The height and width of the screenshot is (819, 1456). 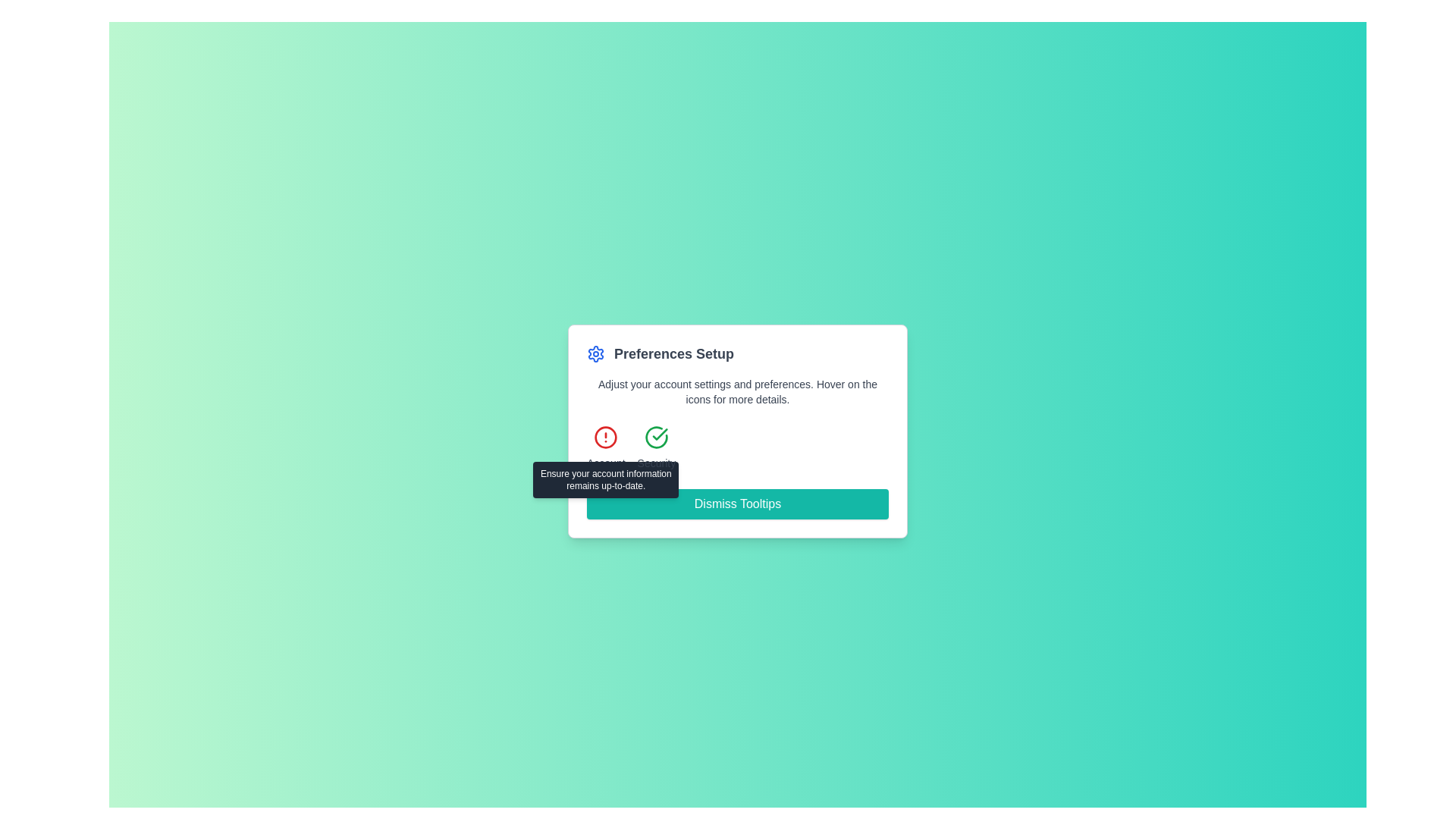 What do you see at coordinates (738, 504) in the screenshot?
I see `the dismiss button located at the bottom of the 'Preferences Setup' dialog box to hide any displayed tooltips` at bounding box center [738, 504].